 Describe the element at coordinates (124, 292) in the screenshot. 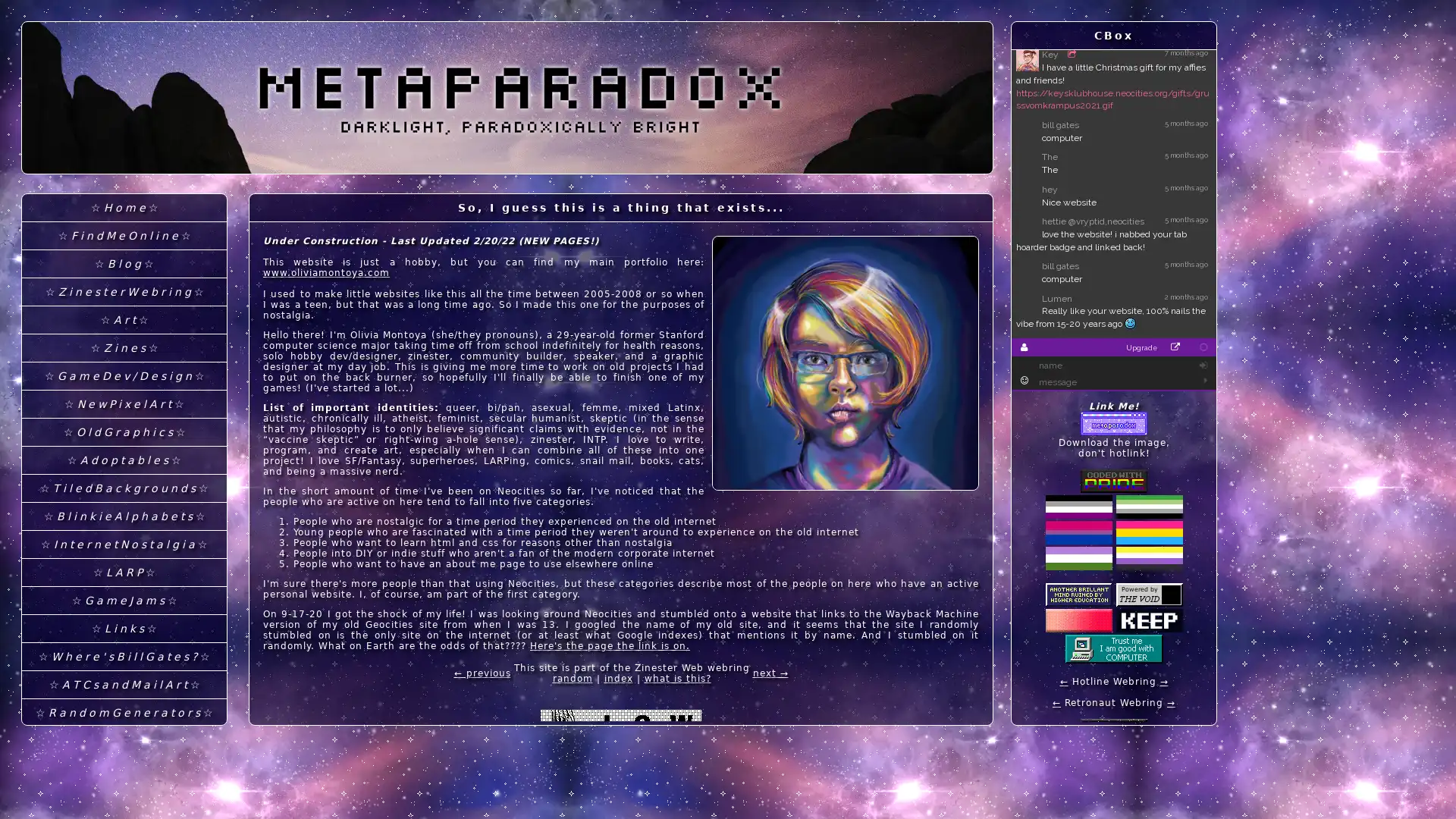

I see `Z i n e s t e r W e b r i n g` at that location.